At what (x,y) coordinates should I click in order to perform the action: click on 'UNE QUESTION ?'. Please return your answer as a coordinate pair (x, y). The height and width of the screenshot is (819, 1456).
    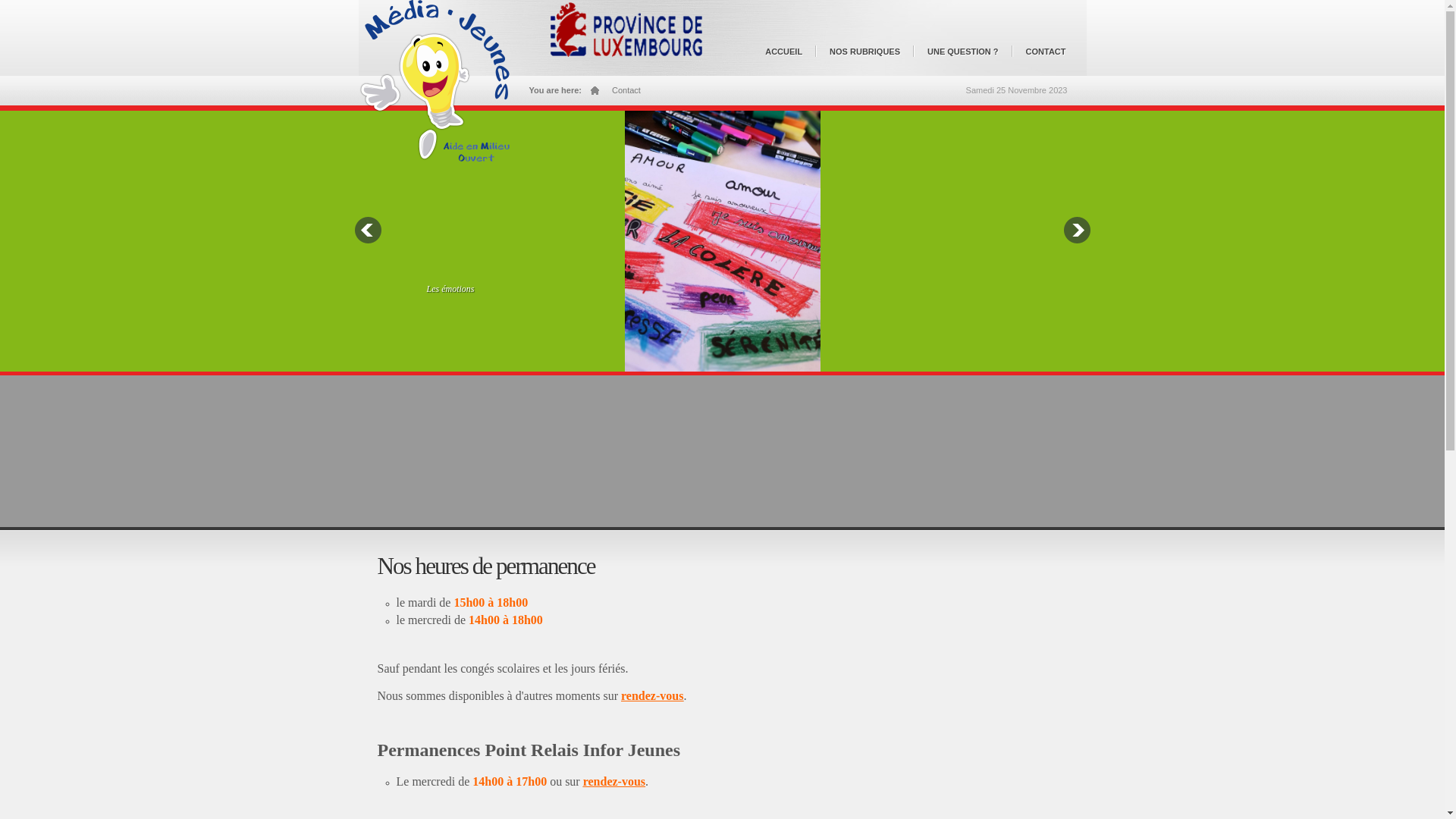
    Looking at the image, I should click on (966, 58).